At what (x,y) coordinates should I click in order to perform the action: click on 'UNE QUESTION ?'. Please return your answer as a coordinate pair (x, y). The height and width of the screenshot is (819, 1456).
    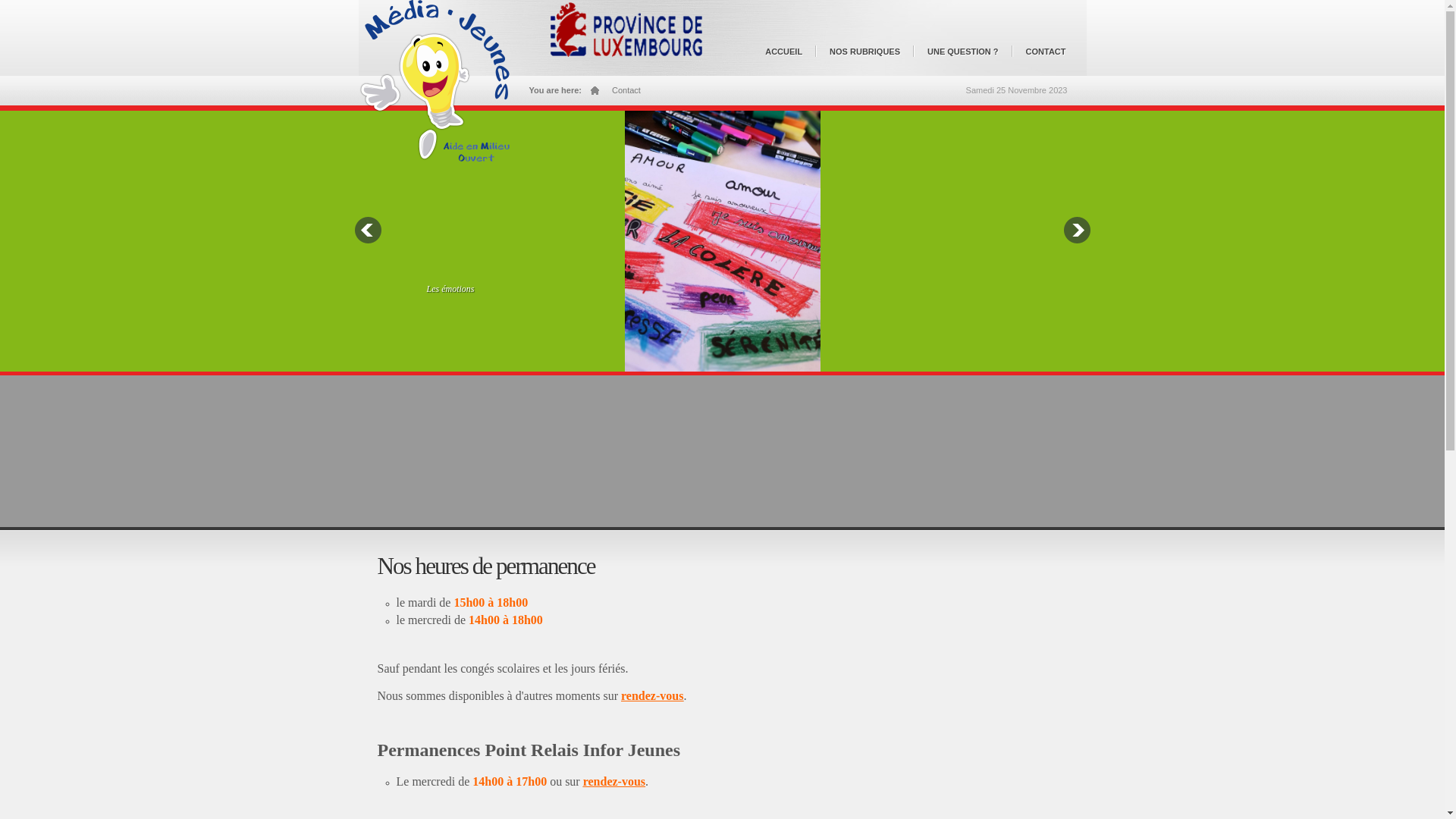
    Looking at the image, I should click on (966, 58).